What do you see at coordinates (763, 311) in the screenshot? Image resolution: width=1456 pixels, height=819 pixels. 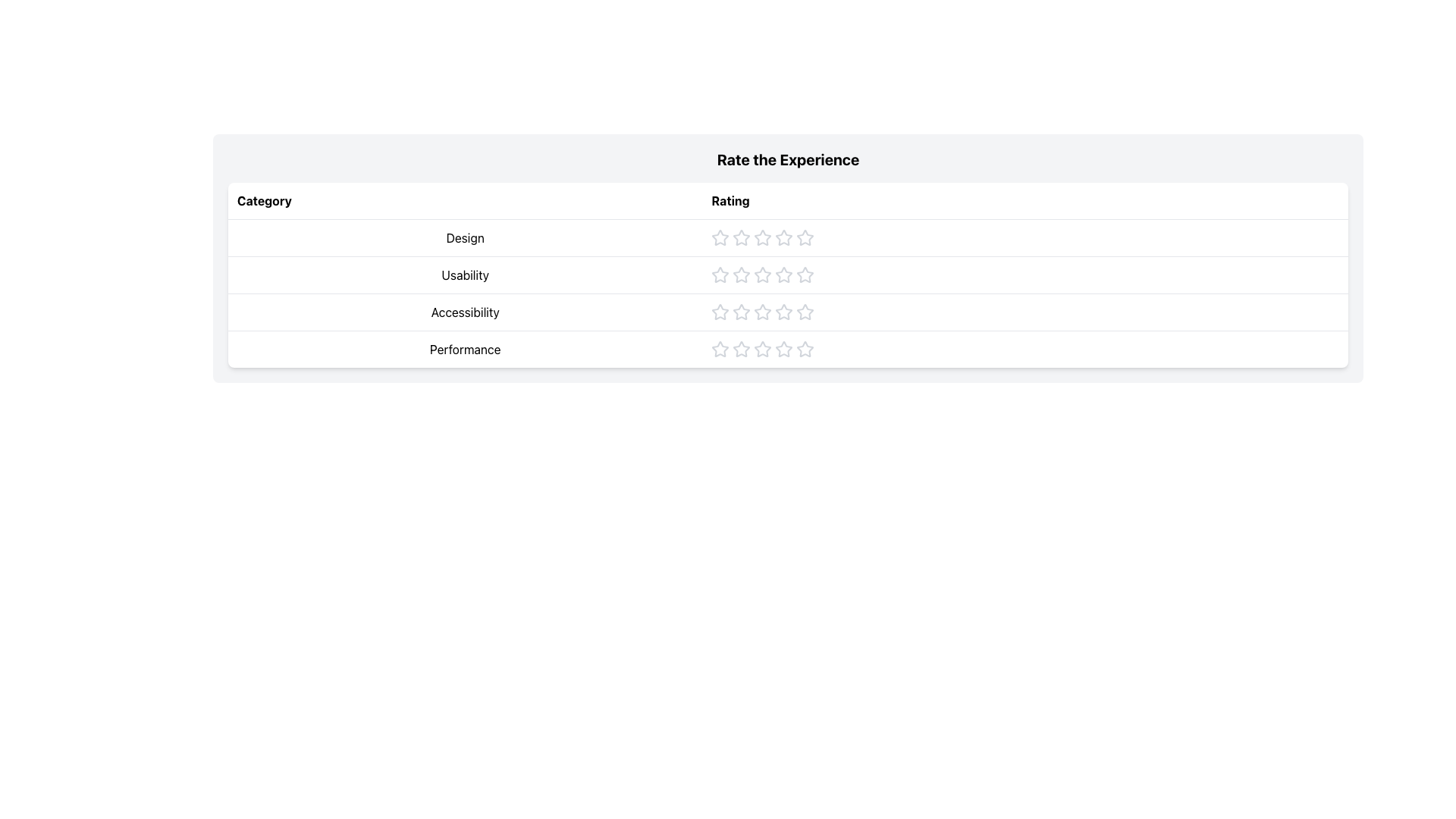 I see `the third star-shaped rating icon in the Accessibility category to set the rating` at bounding box center [763, 311].